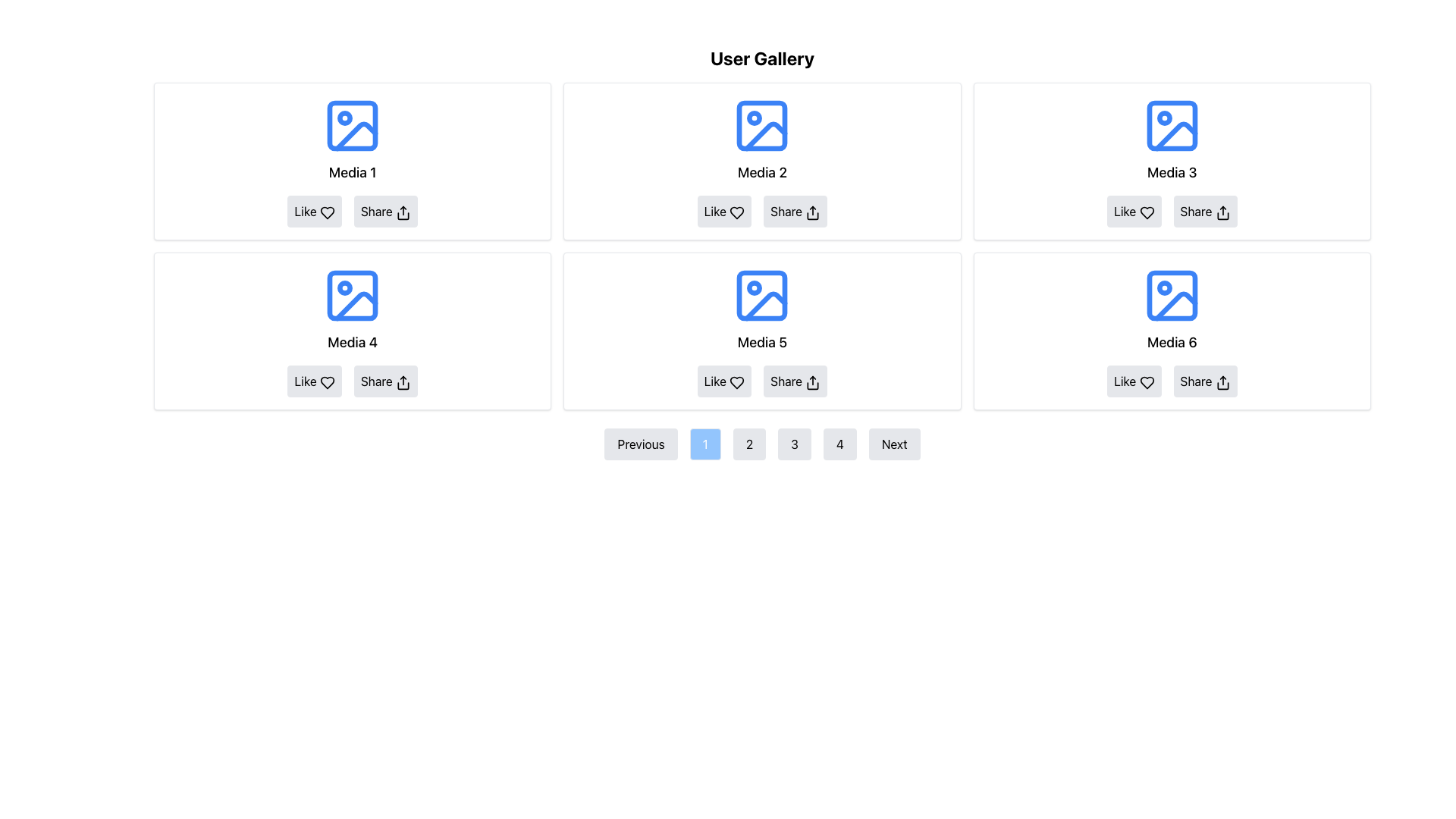  What do you see at coordinates (313, 380) in the screenshot?
I see `the 'Like' button located under the 'Media 4' heading, which is the first button in the action group, to like the associated media` at bounding box center [313, 380].